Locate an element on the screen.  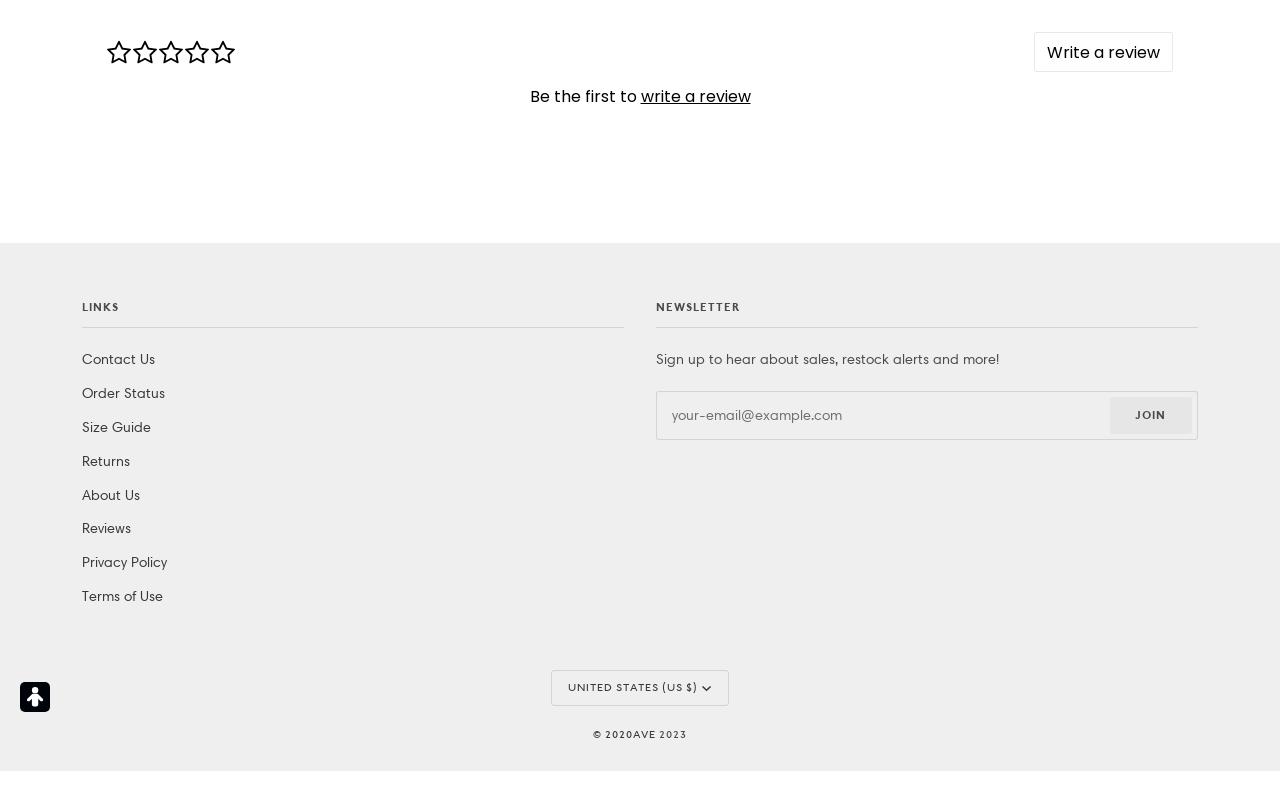
'2023' is located at coordinates (671, 358).